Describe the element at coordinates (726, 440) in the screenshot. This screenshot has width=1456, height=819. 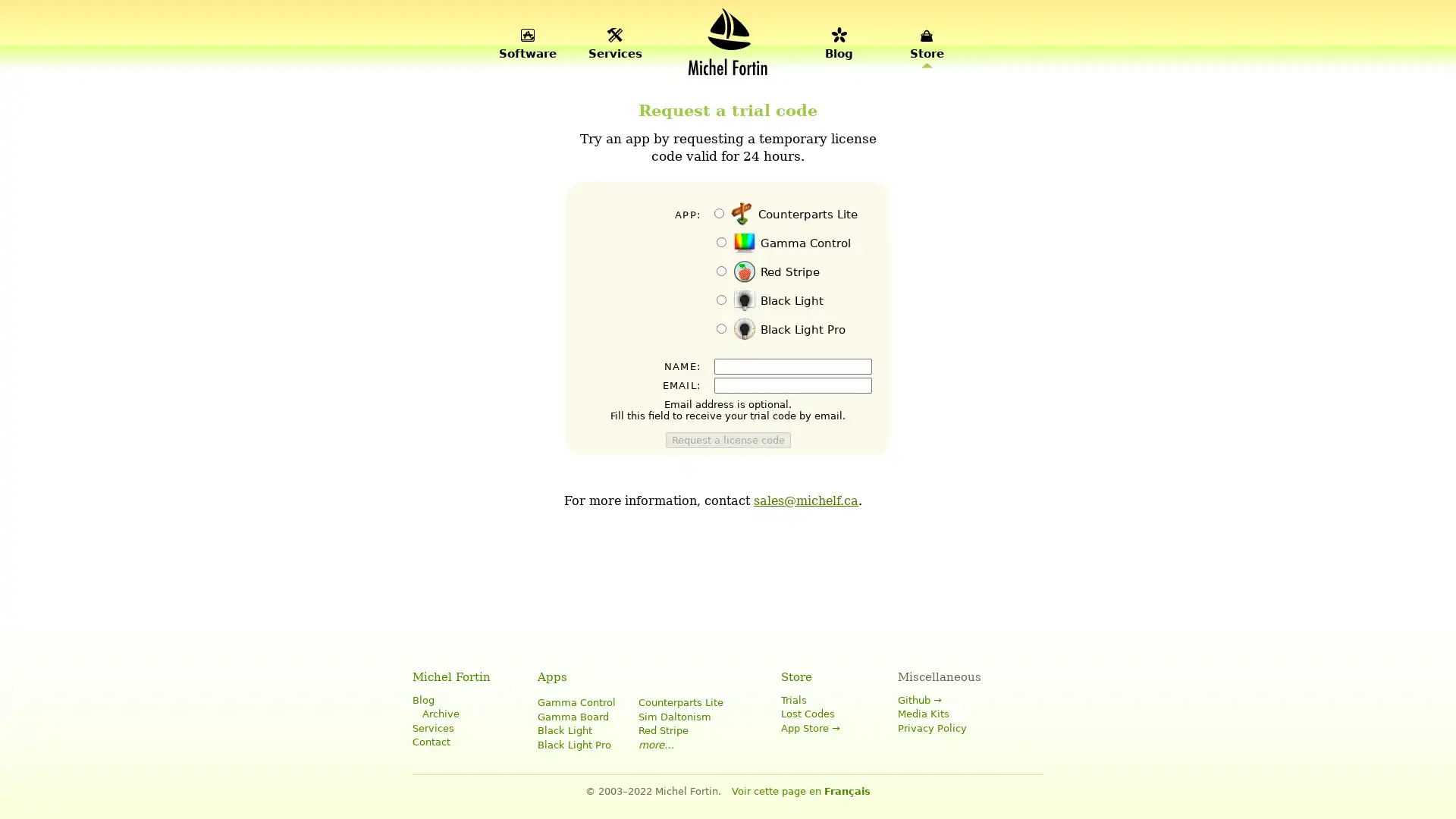
I see `Request a license code` at that location.